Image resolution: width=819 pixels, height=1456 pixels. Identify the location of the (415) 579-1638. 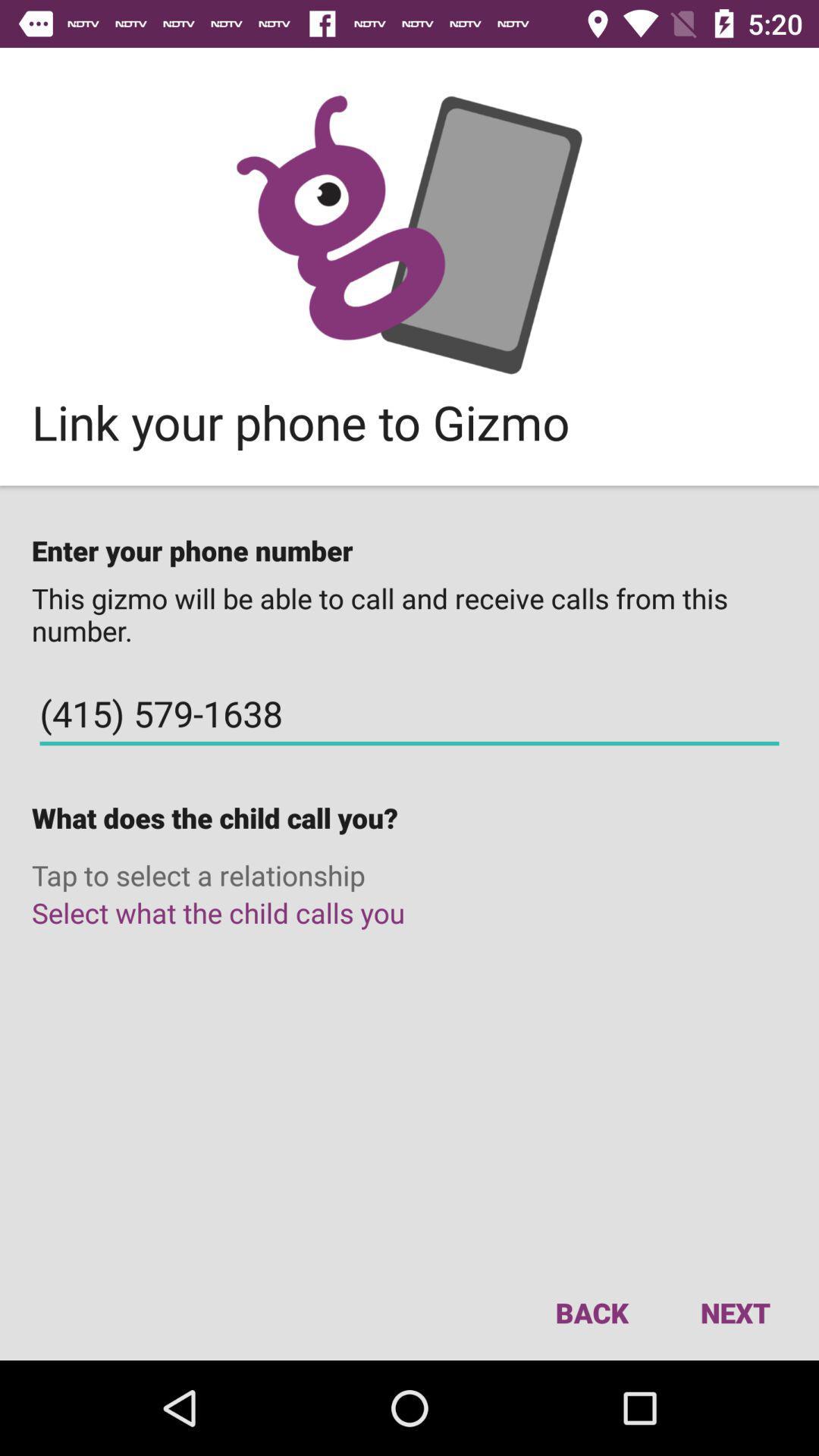
(409, 713).